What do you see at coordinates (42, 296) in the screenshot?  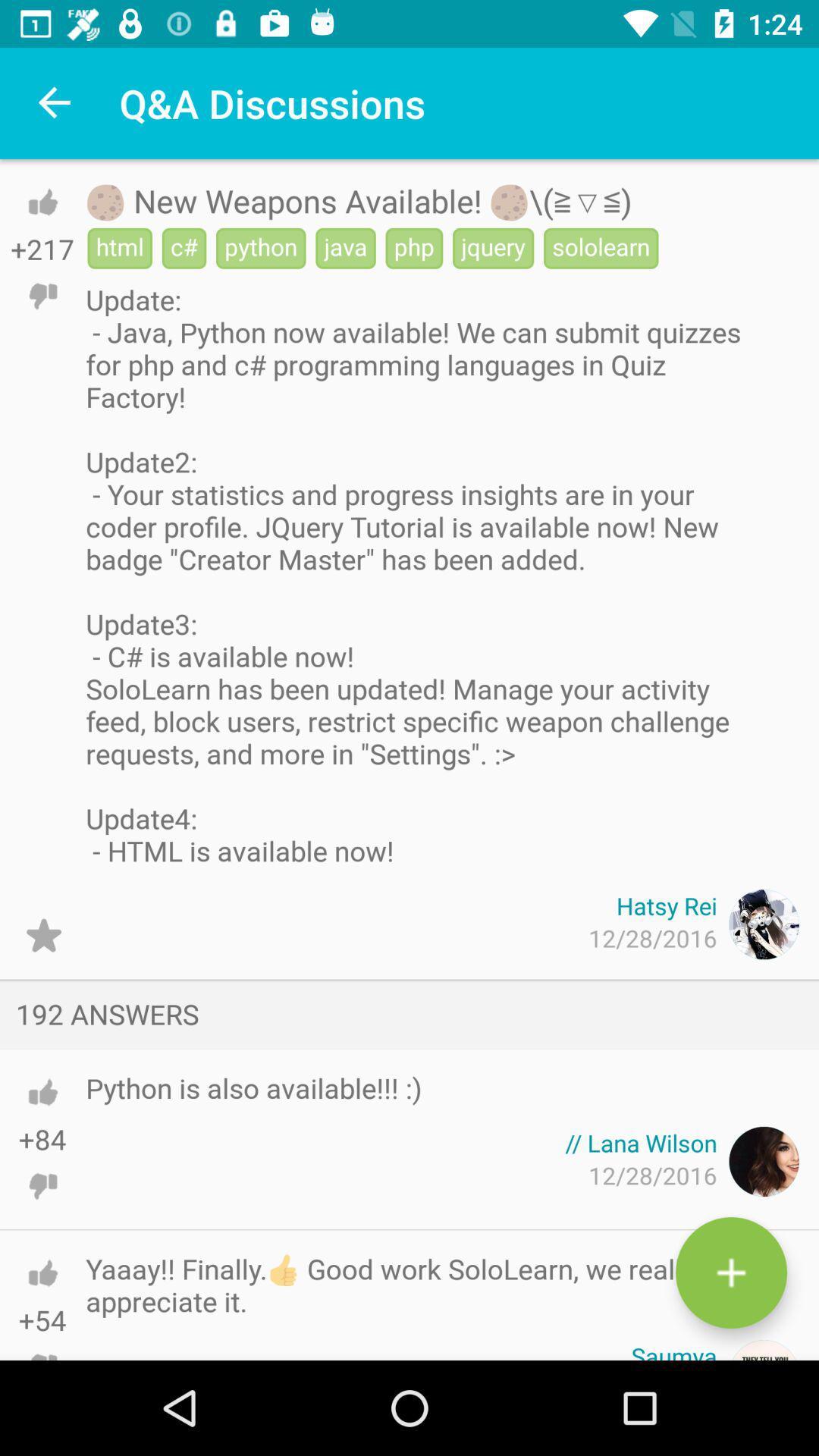 I see `dislike discussion post` at bounding box center [42, 296].